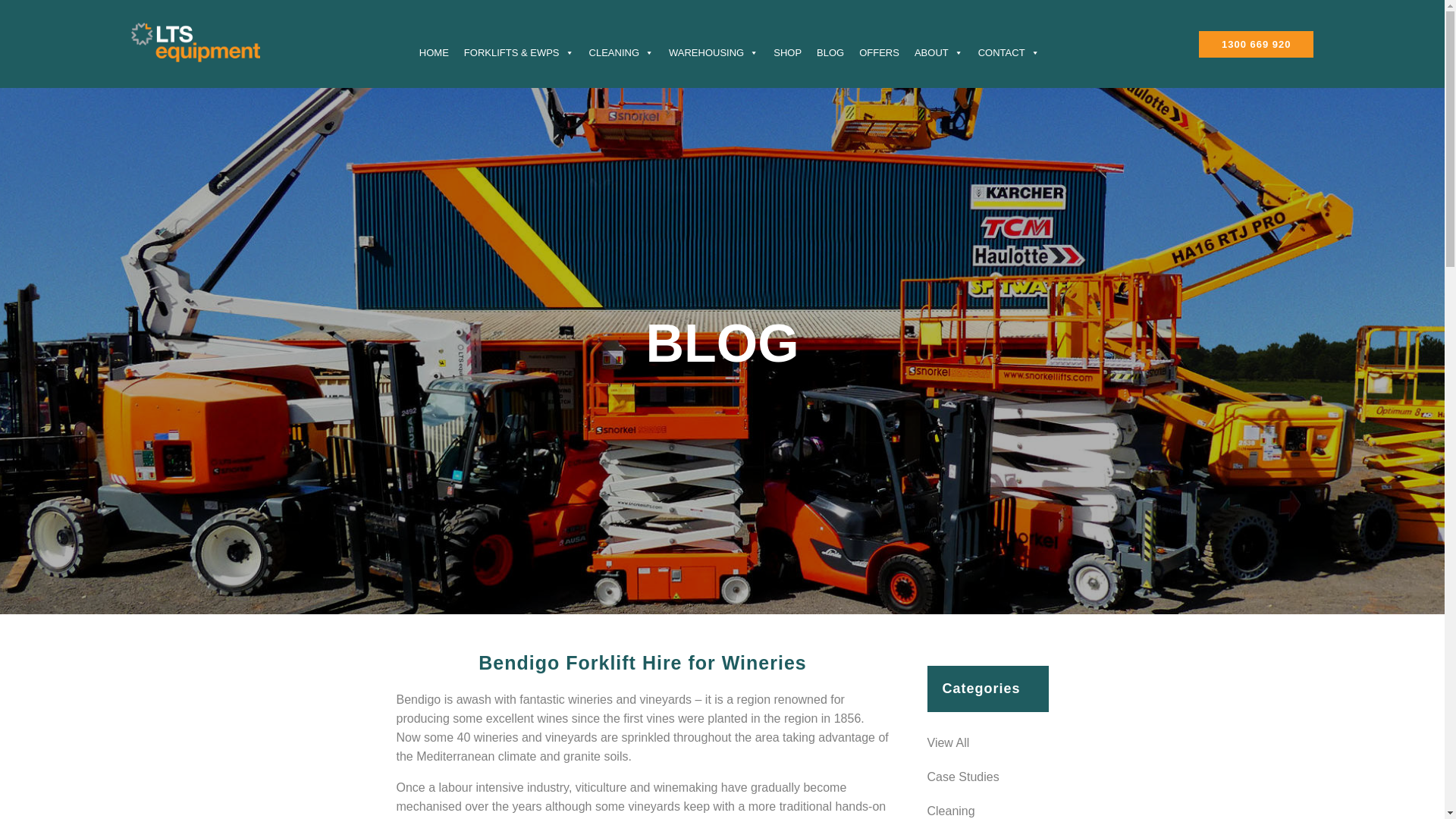  Describe the element at coordinates (787, 52) in the screenshot. I see `'SHOP'` at that location.